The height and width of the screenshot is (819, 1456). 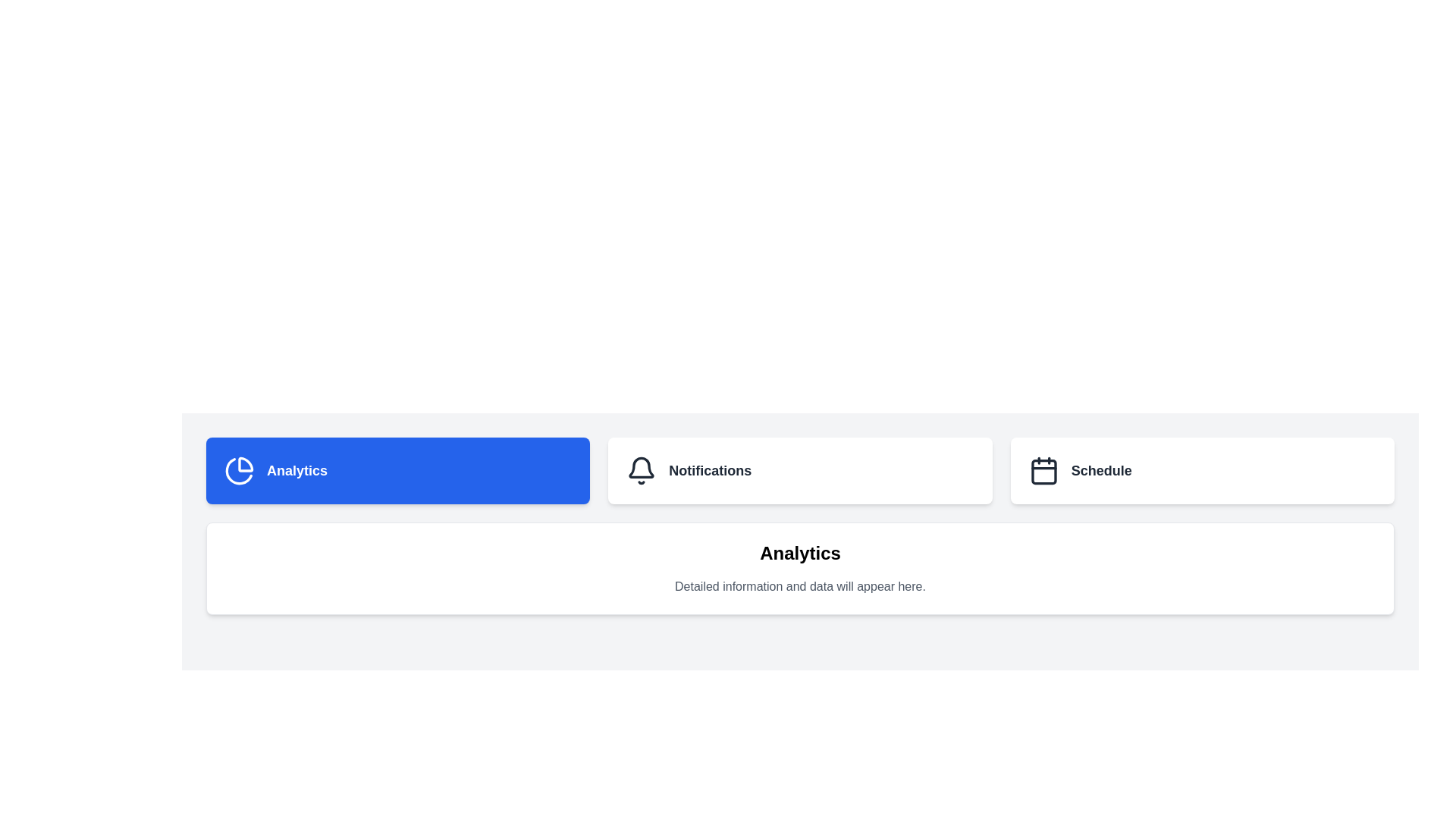 I want to click on the 'Analytics' text label, which is styled prominently in white on a blue background and located next to a pie chart icon, so click(x=297, y=470).